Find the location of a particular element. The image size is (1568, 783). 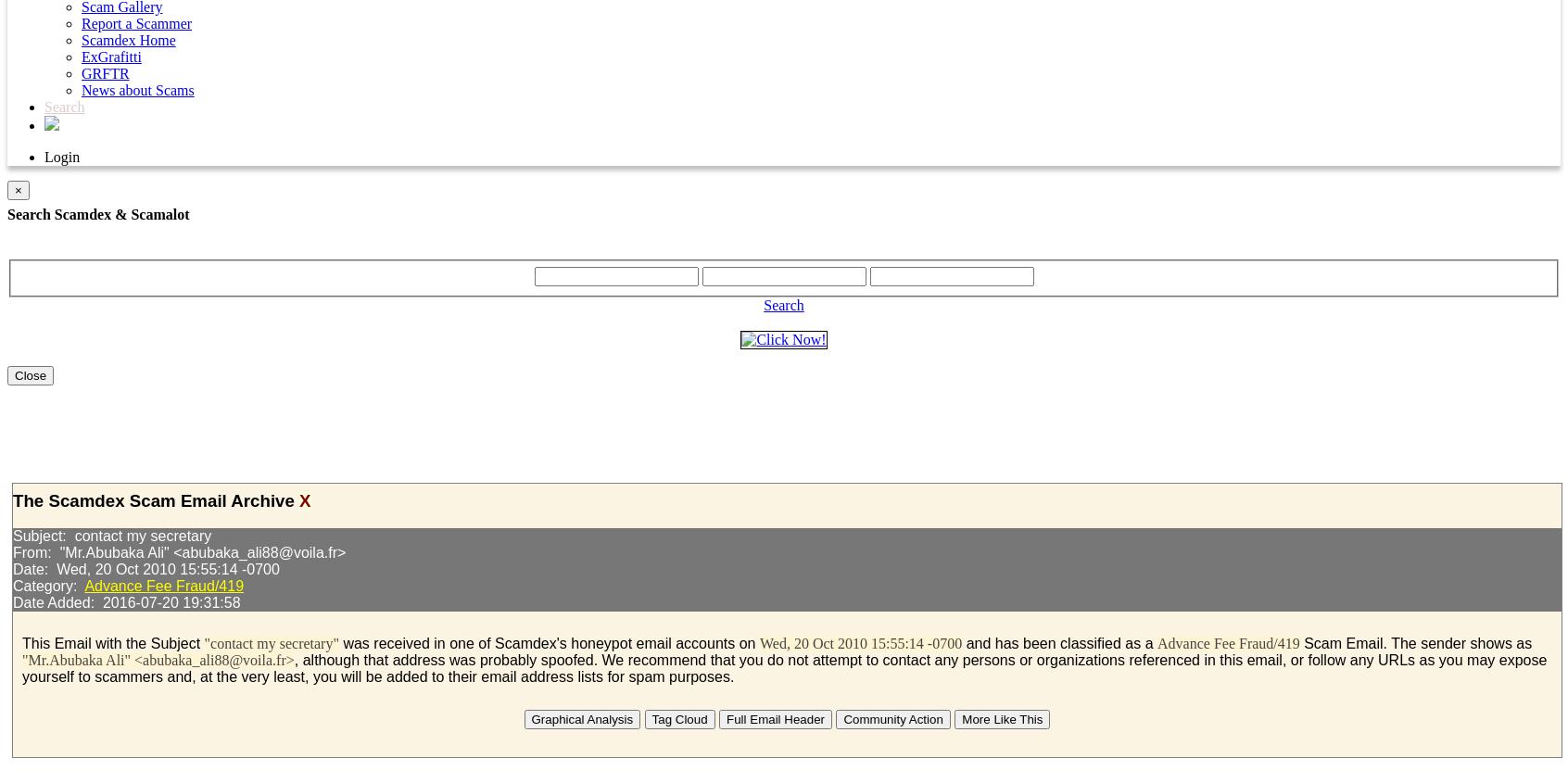

'ExGrafitti' is located at coordinates (110, 56).